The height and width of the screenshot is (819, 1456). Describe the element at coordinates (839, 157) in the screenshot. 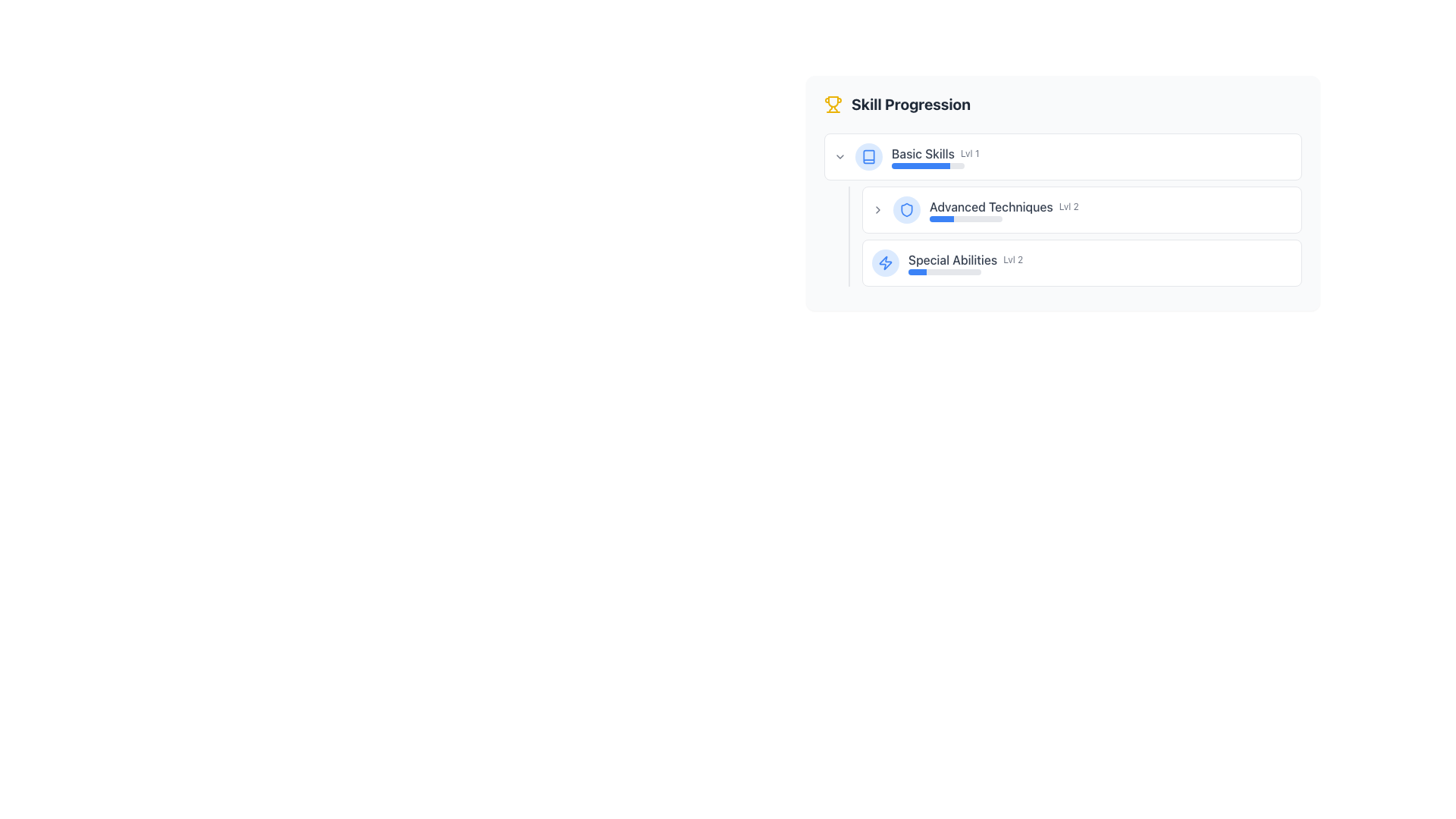

I see `the Dropdown toggle button located in the top-right corner of the 'Basic Skills Lvl 1' card` at that location.